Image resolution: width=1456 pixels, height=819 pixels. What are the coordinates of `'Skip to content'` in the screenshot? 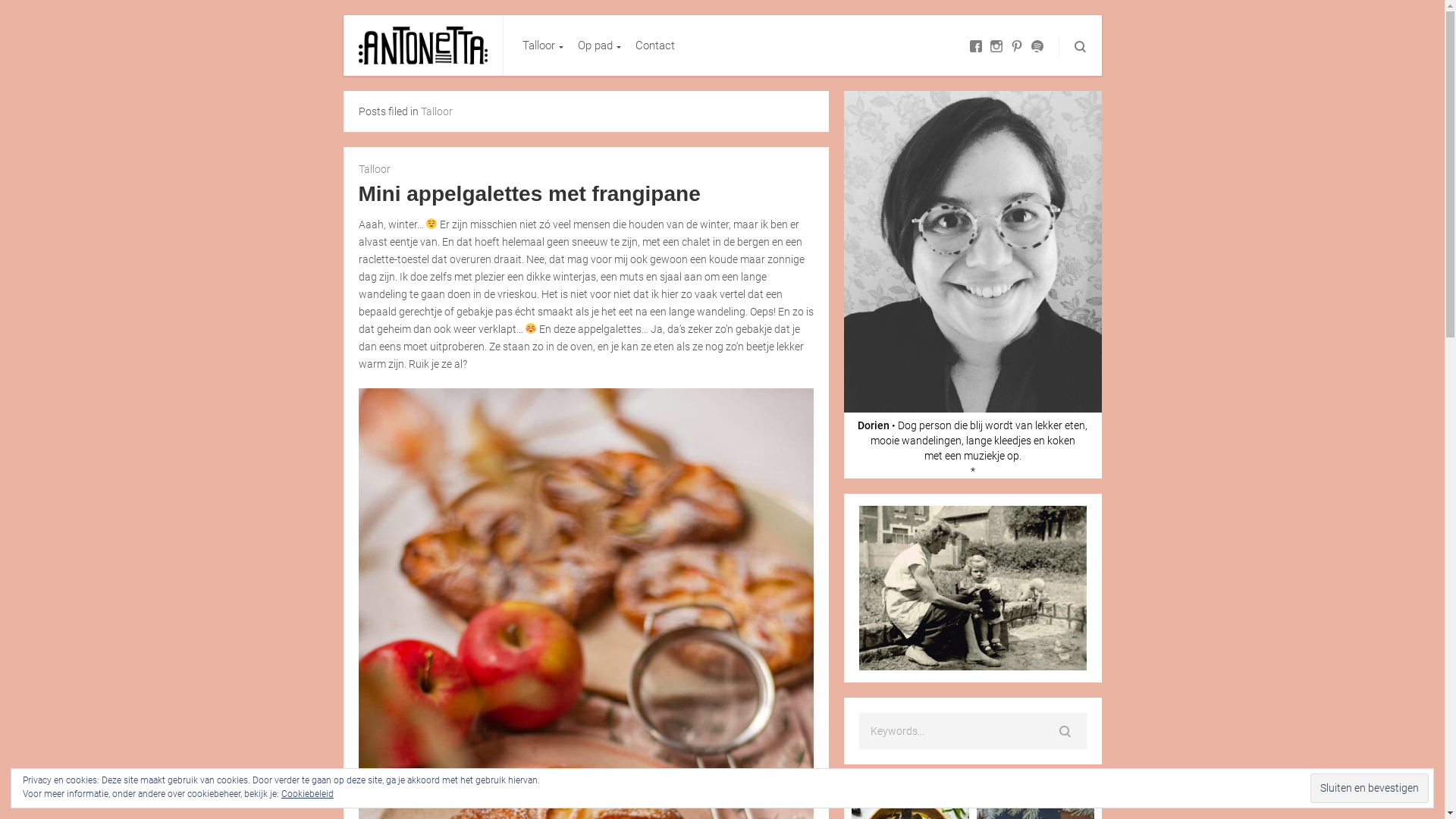 It's located at (503, 14).